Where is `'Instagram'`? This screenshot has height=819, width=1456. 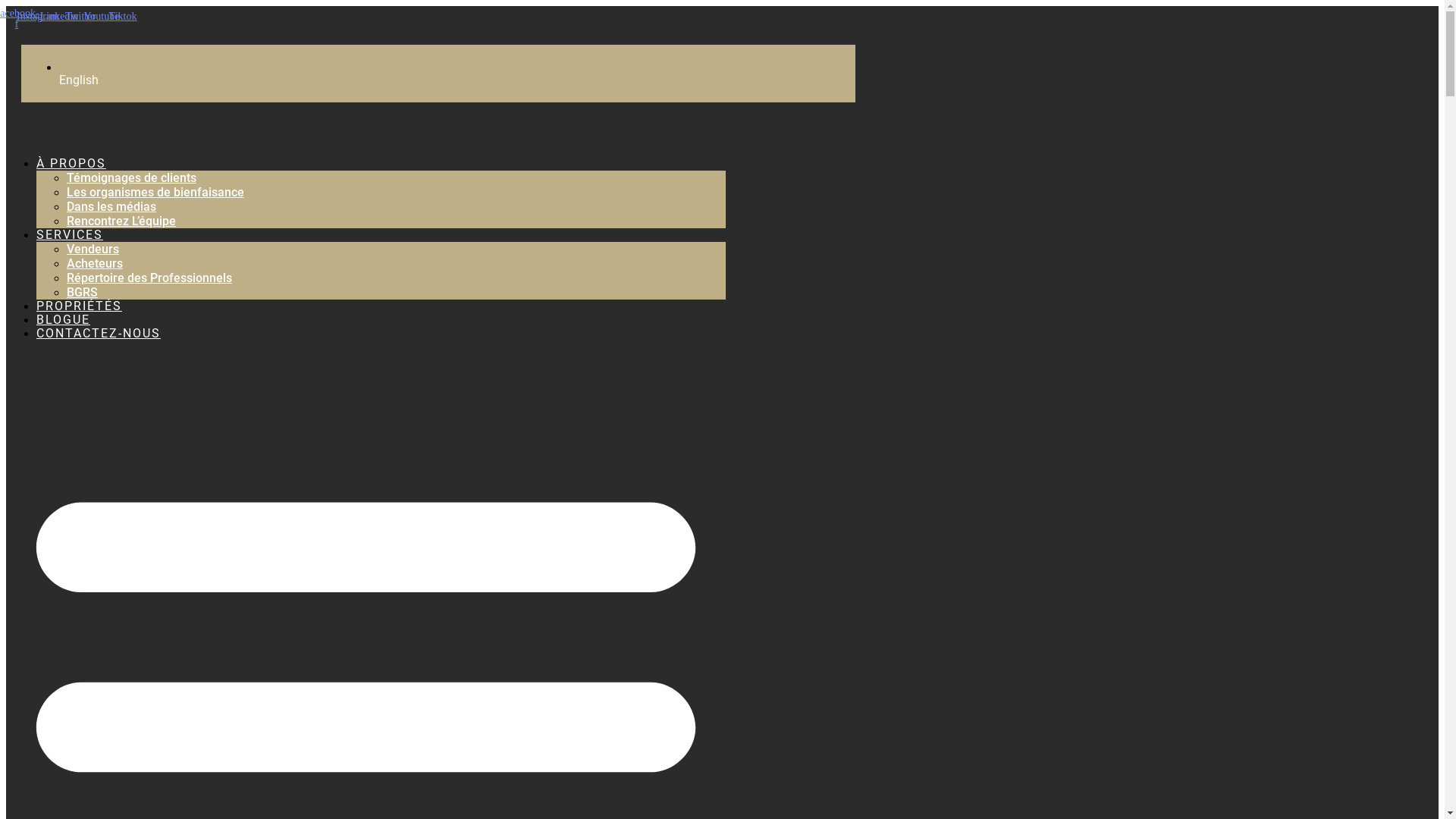 'Instagram' is located at coordinates (37, 17).